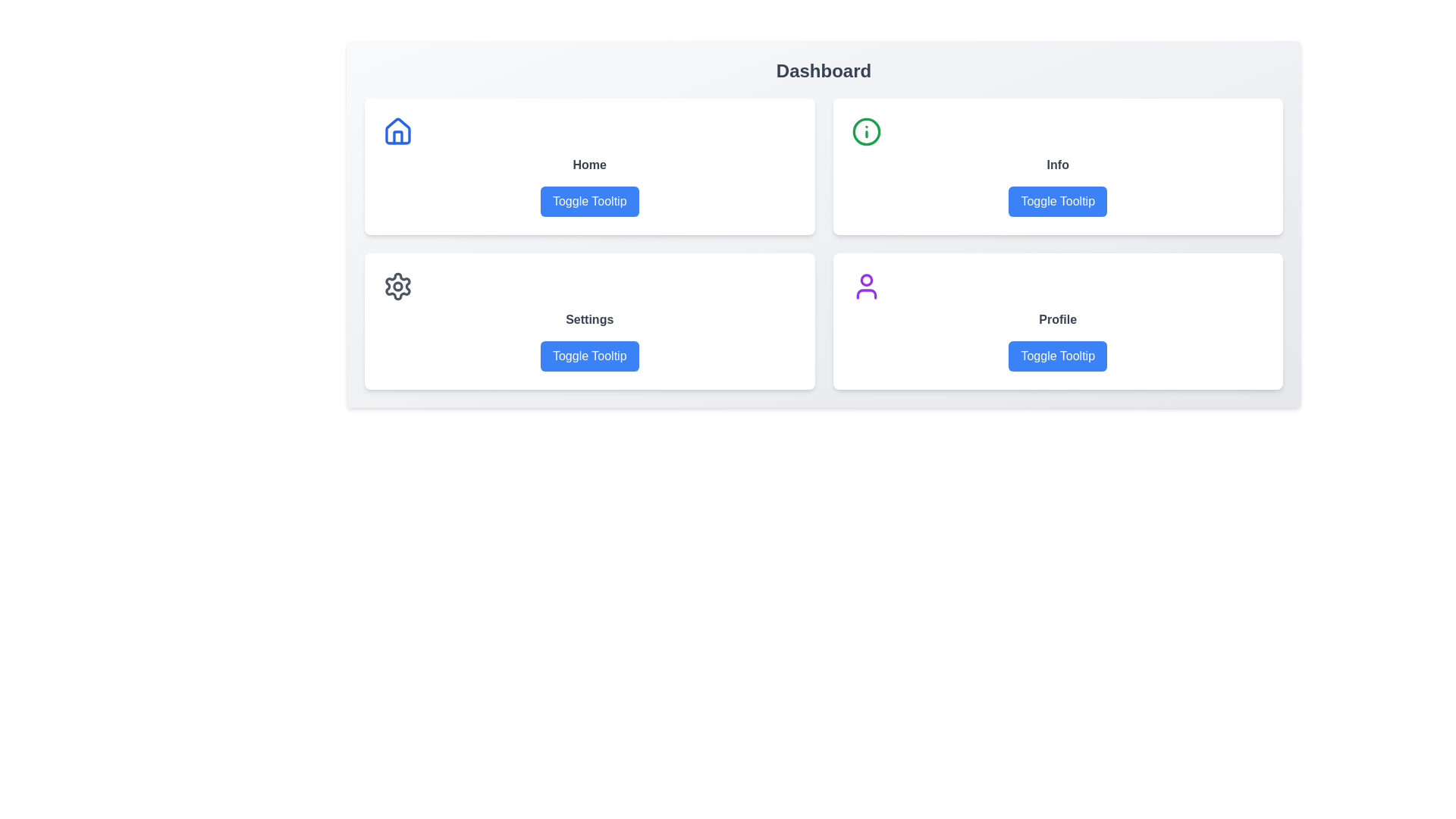 This screenshot has width=1456, height=819. I want to click on the card component in the top-left corner of the four-card grid layout, which contains a house icon, the label 'Home', and a blue button labeled 'Toggle Tooltip', so click(588, 166).